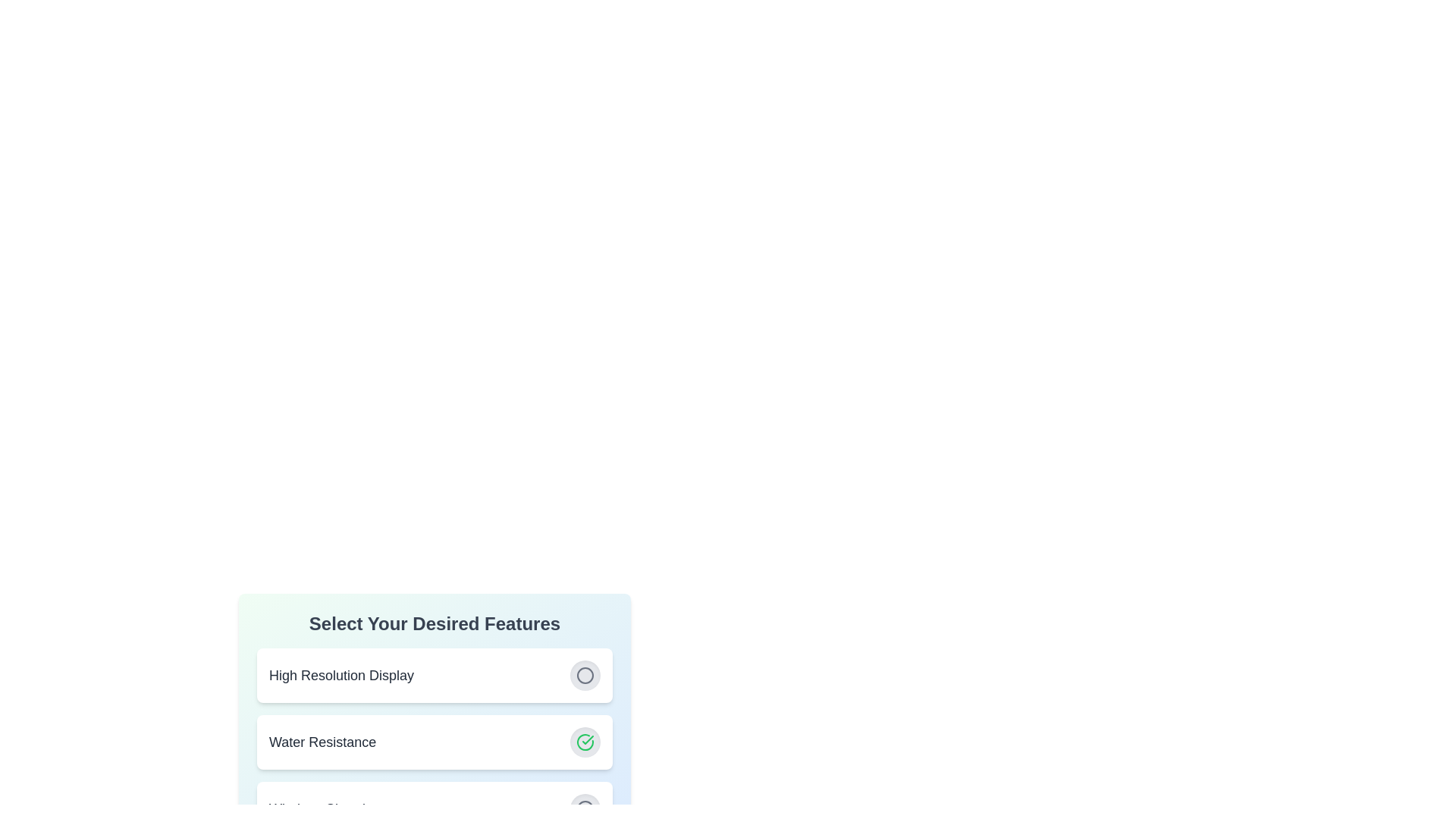 The height and width of the screenshot is (819, 1456). I want to click on the checkmark of the 'Water Resistance' selectable feature option, so click(434, 742).